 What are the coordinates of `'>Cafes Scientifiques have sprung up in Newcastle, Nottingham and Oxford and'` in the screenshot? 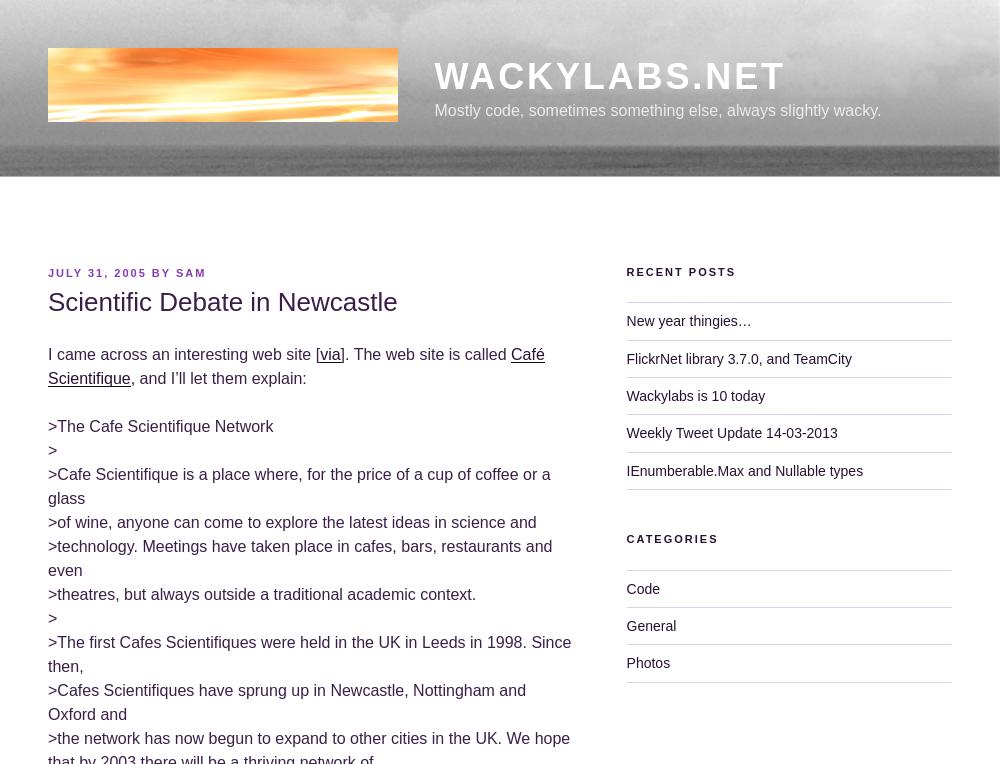 It's located at (287, 700).